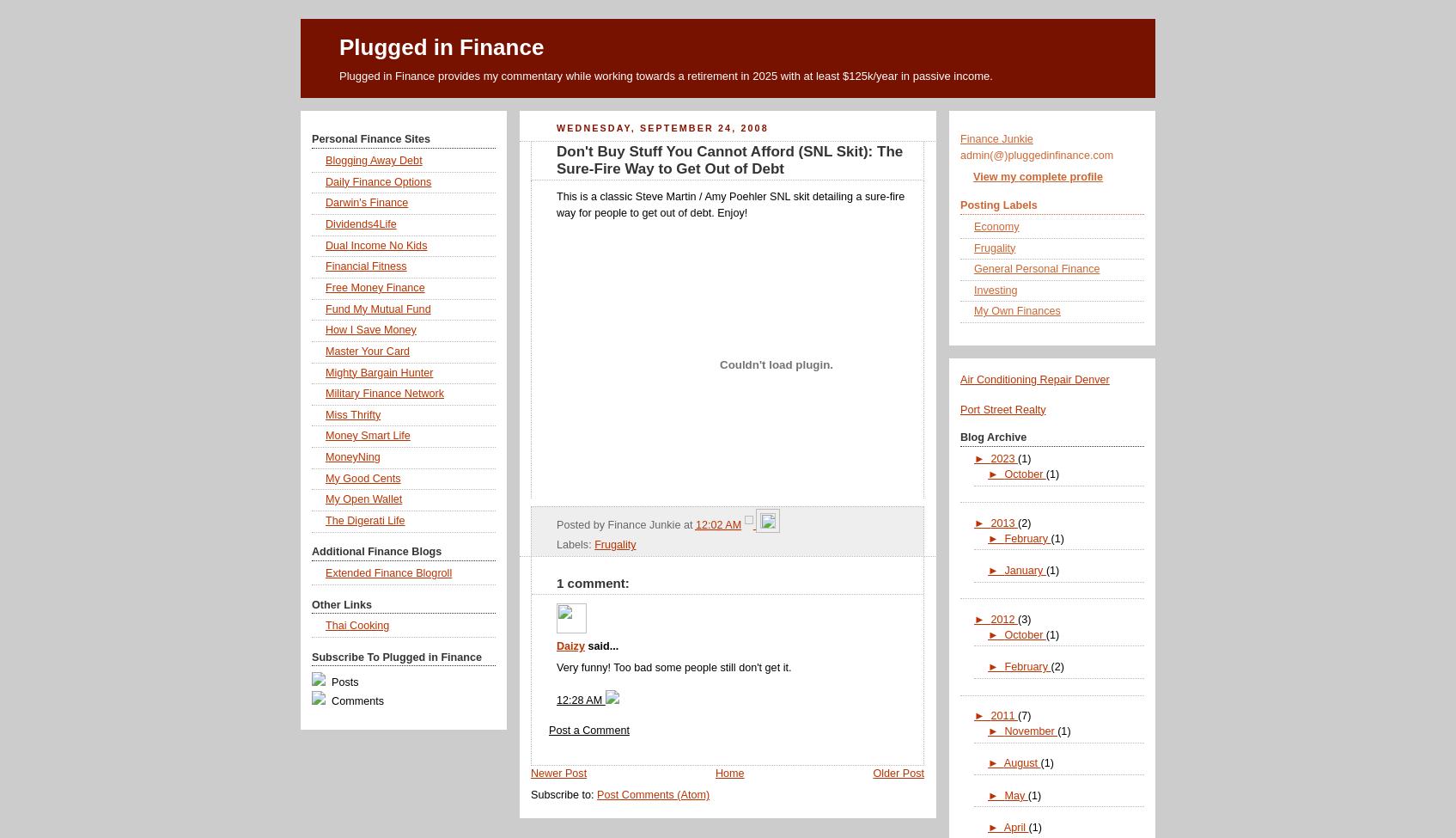  I want to click on 'Dual Income No Kids', so click(375, 244).